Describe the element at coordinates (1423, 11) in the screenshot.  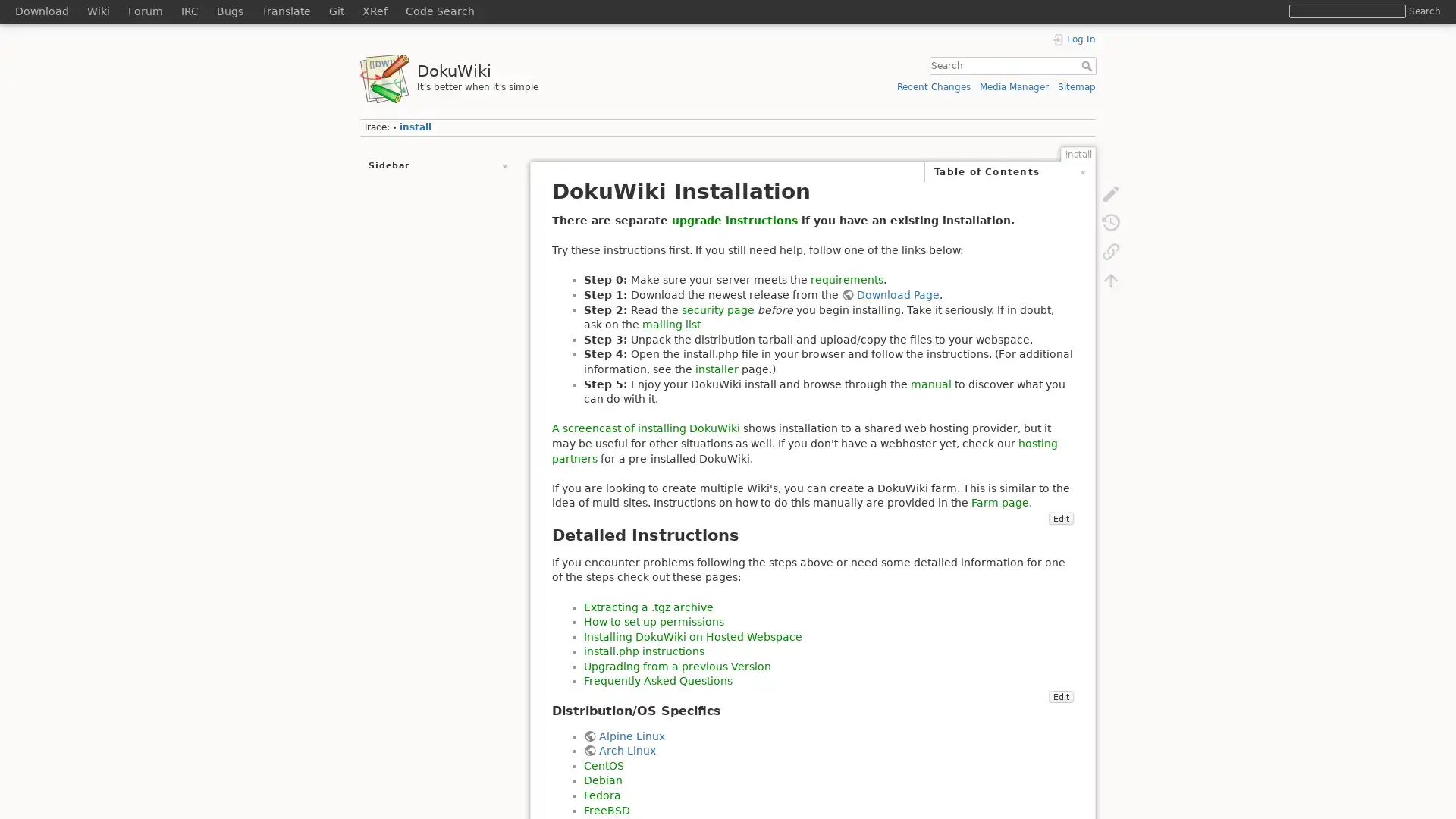
I see `Search` at that location.